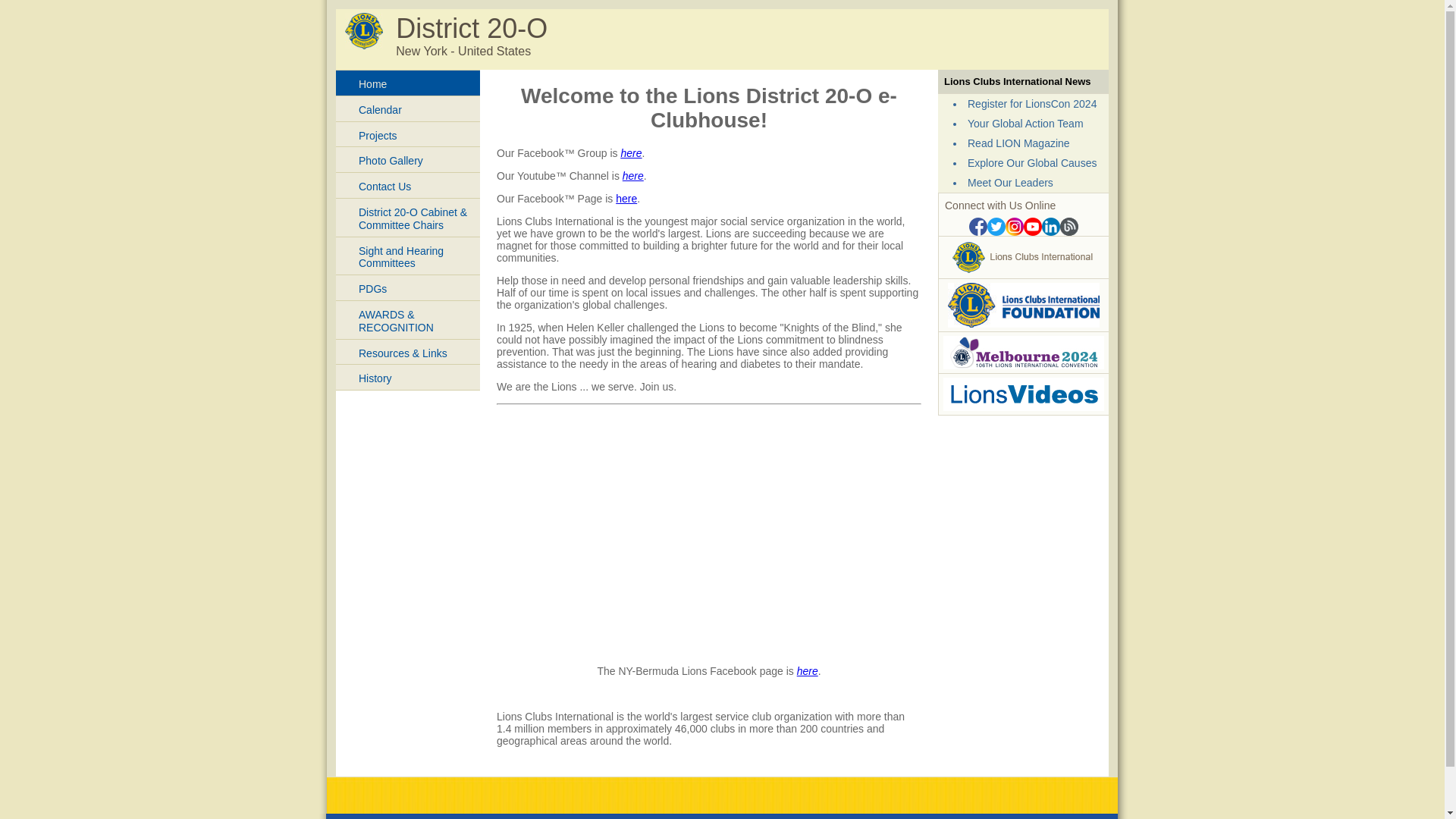 This screenshot has width=1456, height=819. Describe the element at coordinates (407, 352) in the screenshot. I see `'Resources & Links'` at that location.